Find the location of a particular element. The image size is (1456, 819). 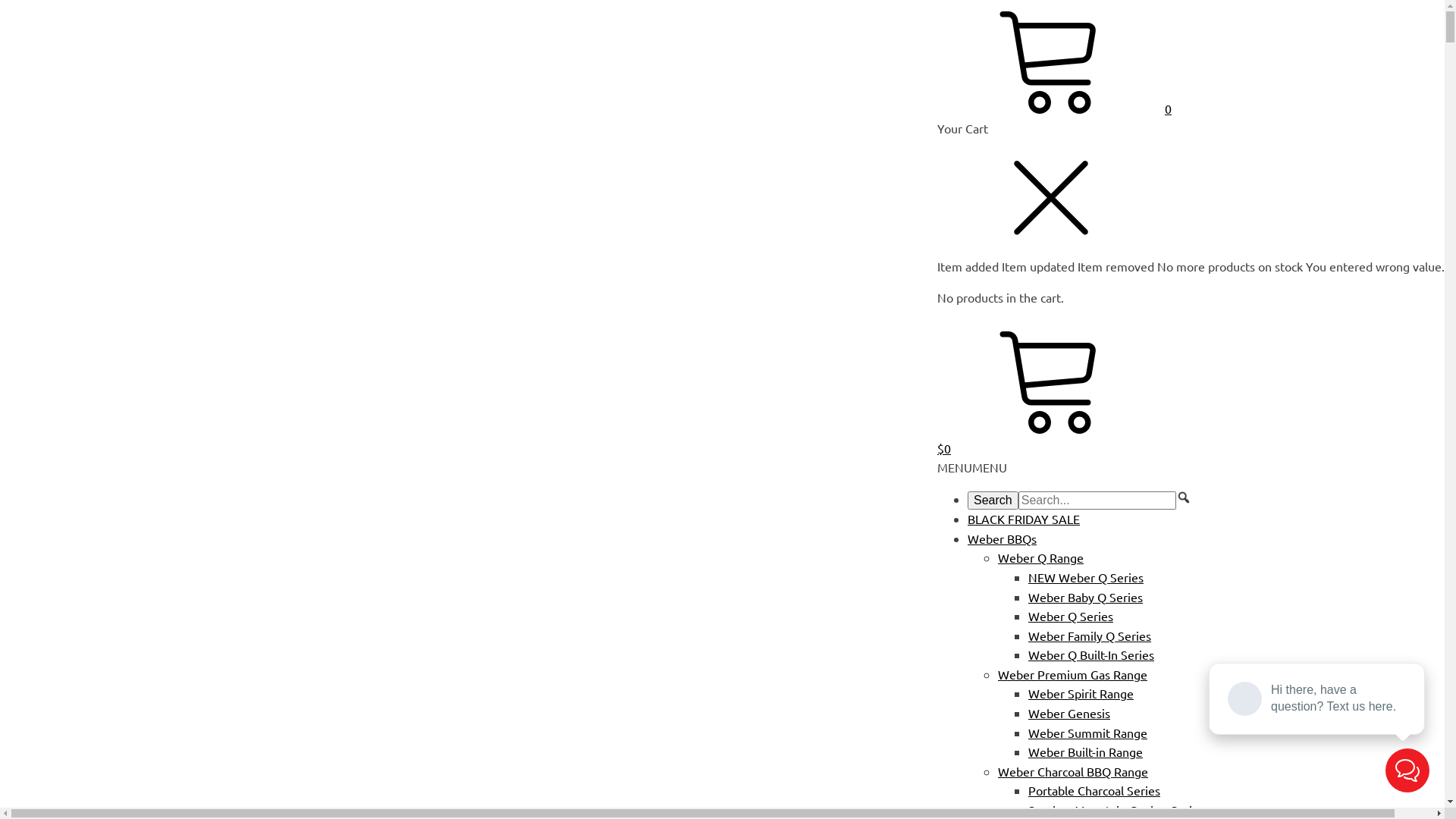

'Portable Charcoal Series' is located at coordinates (1094, 789).